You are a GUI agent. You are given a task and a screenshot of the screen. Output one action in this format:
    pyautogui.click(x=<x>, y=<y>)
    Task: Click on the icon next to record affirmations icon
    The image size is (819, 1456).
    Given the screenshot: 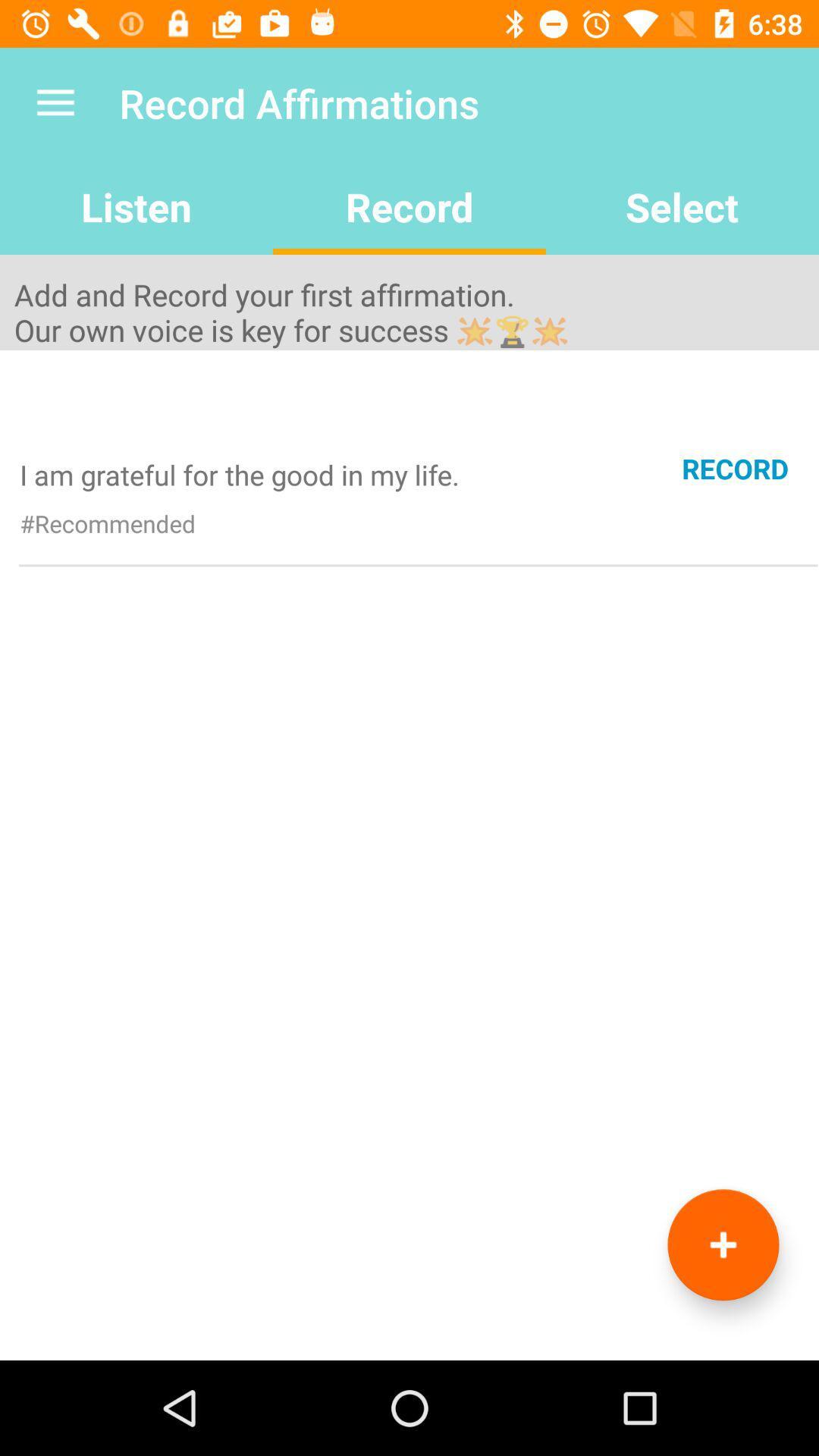 What is the action you would take?
    pyautogui.click(x=55, y=102)
    